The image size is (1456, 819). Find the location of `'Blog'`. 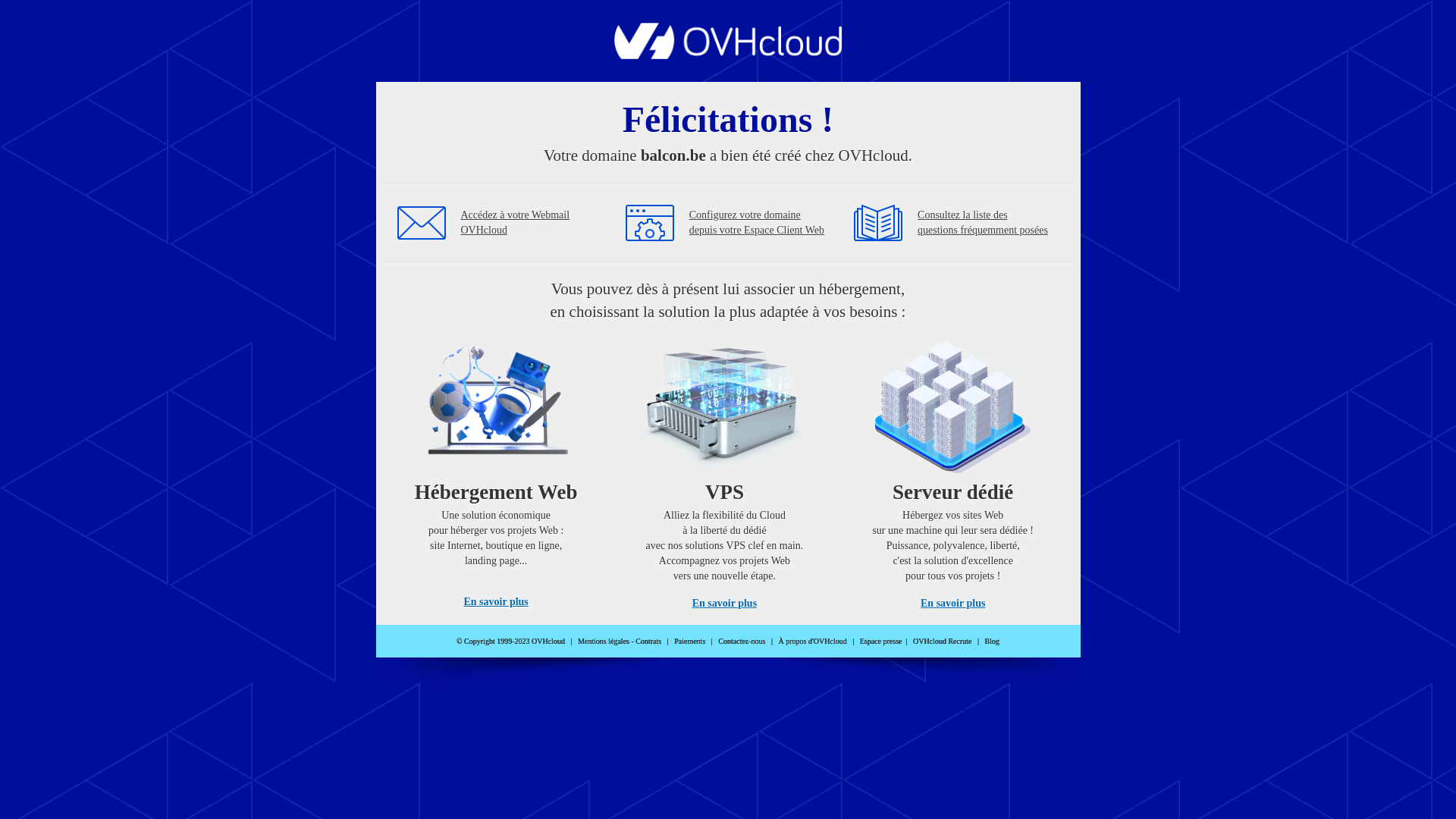

'Blog' is located at coordinates (992, 641).